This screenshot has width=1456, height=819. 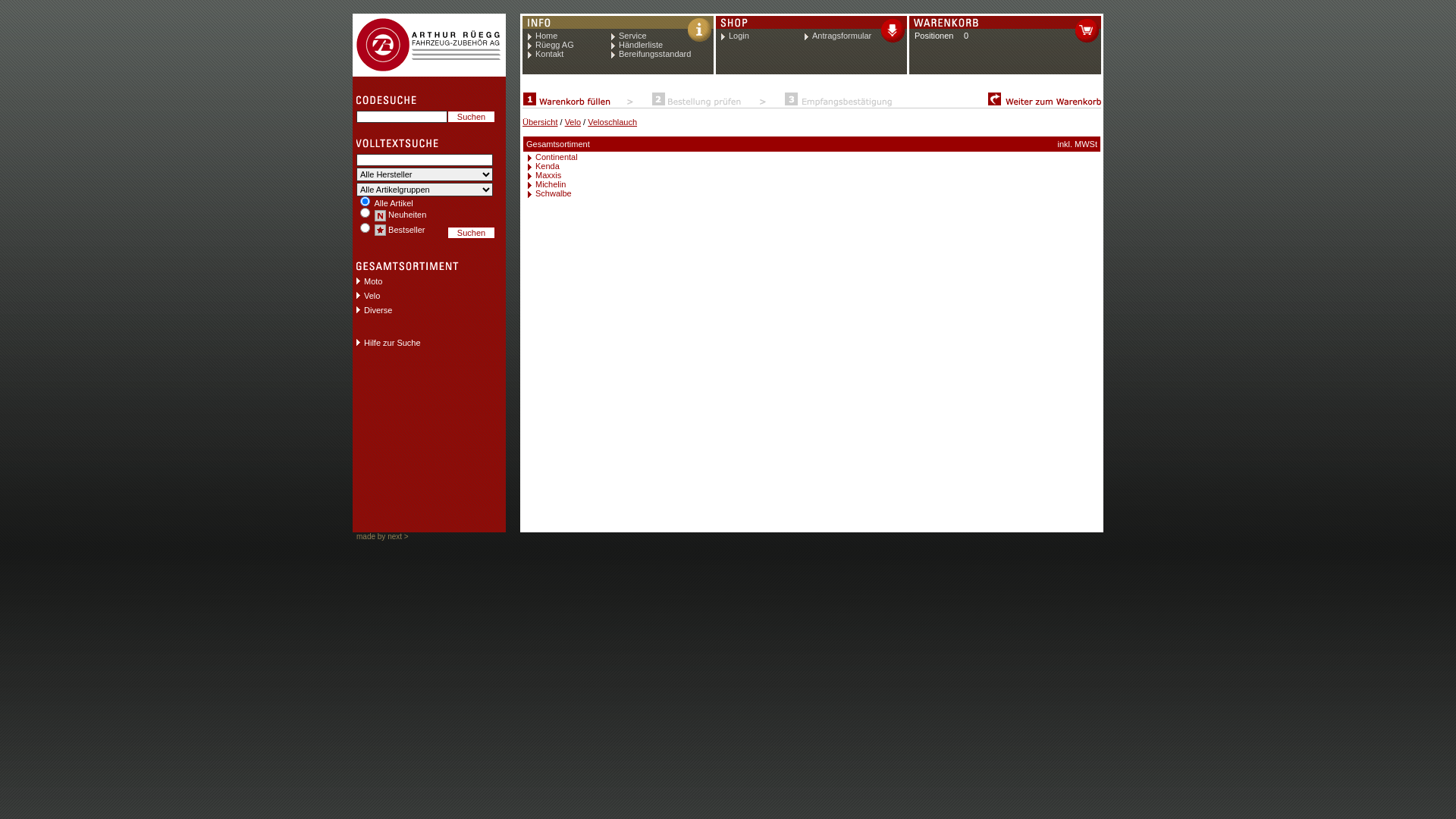 What do you see at coordinates (470, 233) in the screenshot?
I see `'Suchen'` at bounding box center [470, 233].